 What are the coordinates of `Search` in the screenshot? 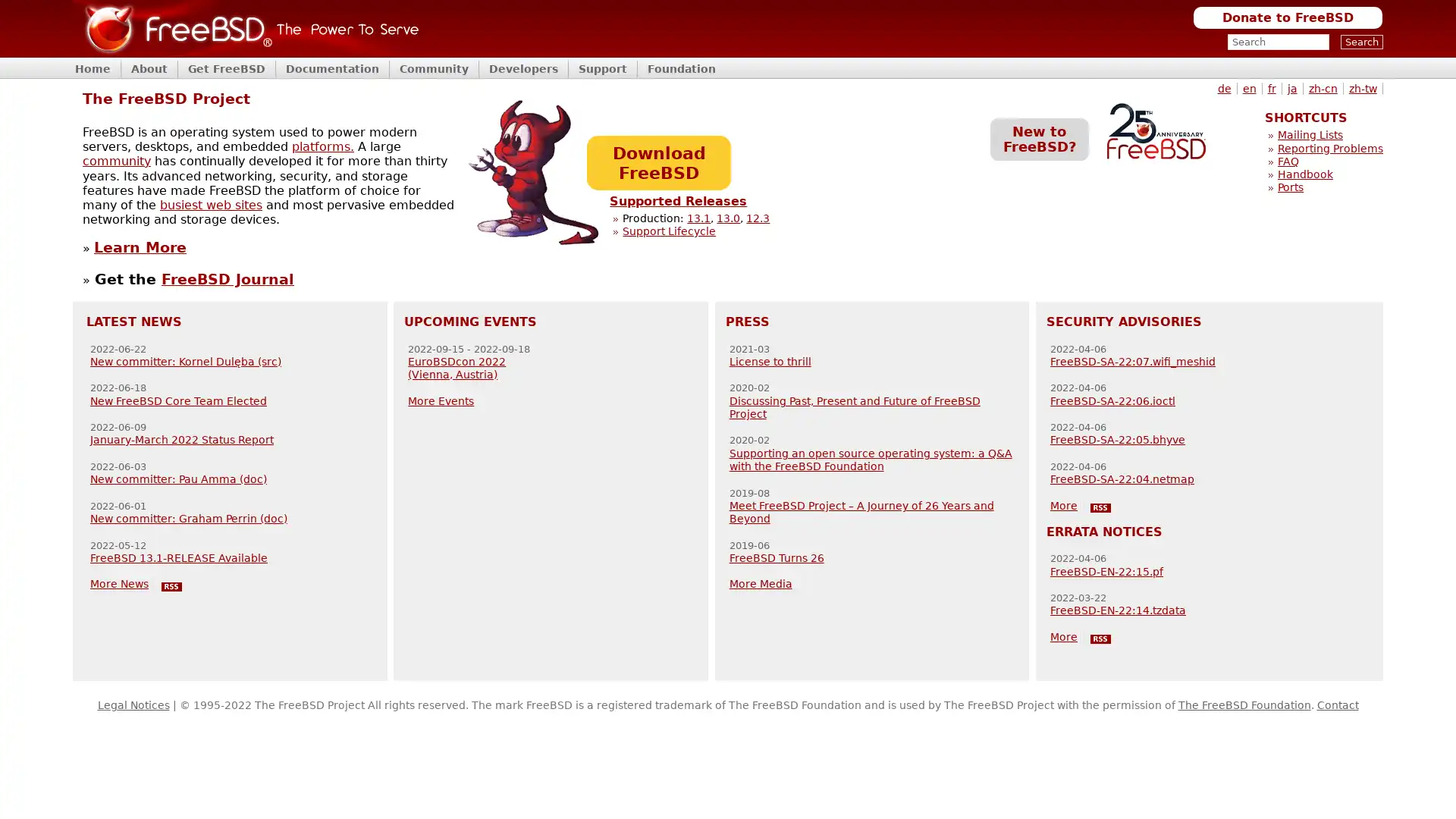 It's located at (1361, 41).